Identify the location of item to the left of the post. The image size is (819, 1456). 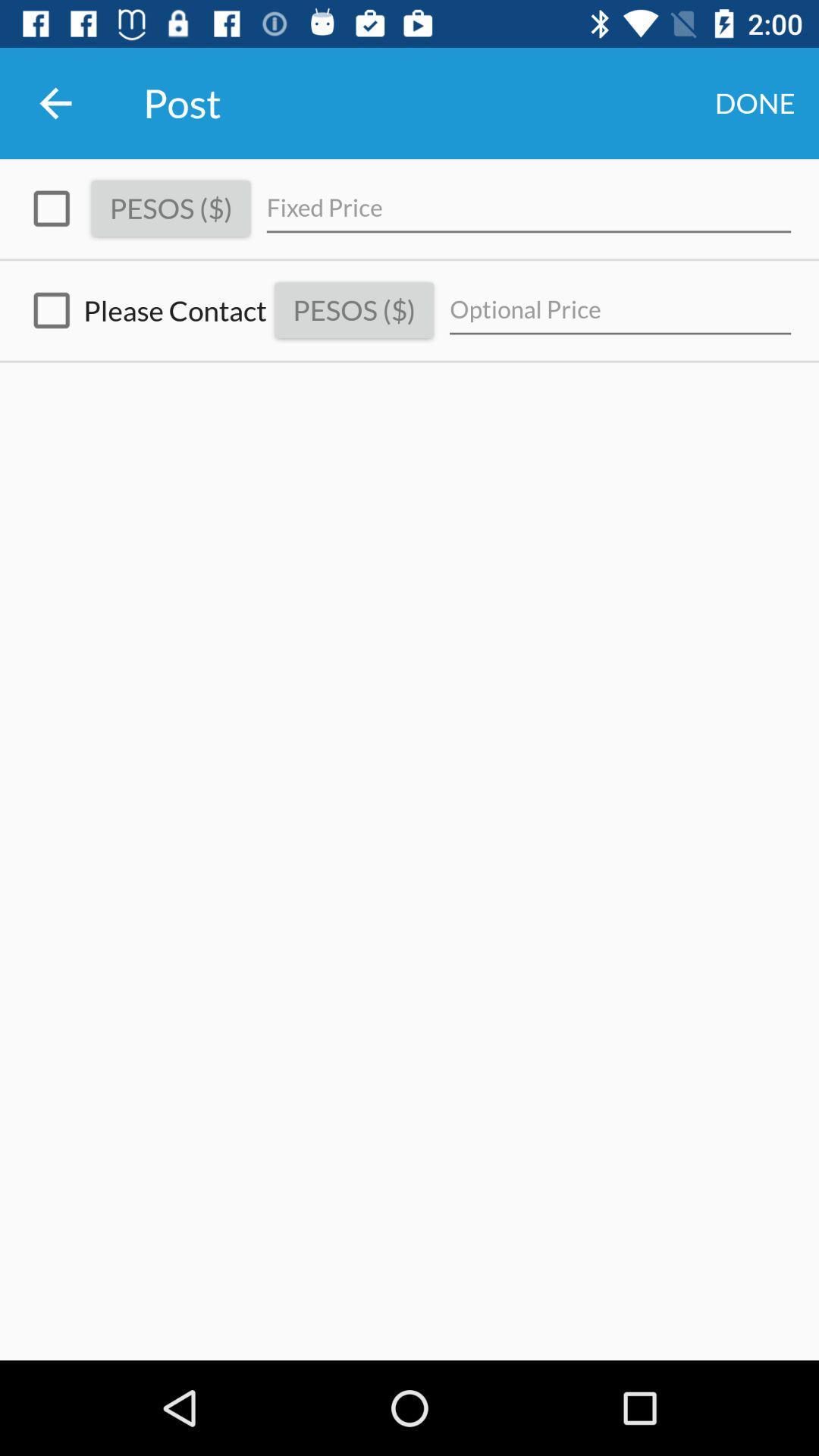
(55, 102).